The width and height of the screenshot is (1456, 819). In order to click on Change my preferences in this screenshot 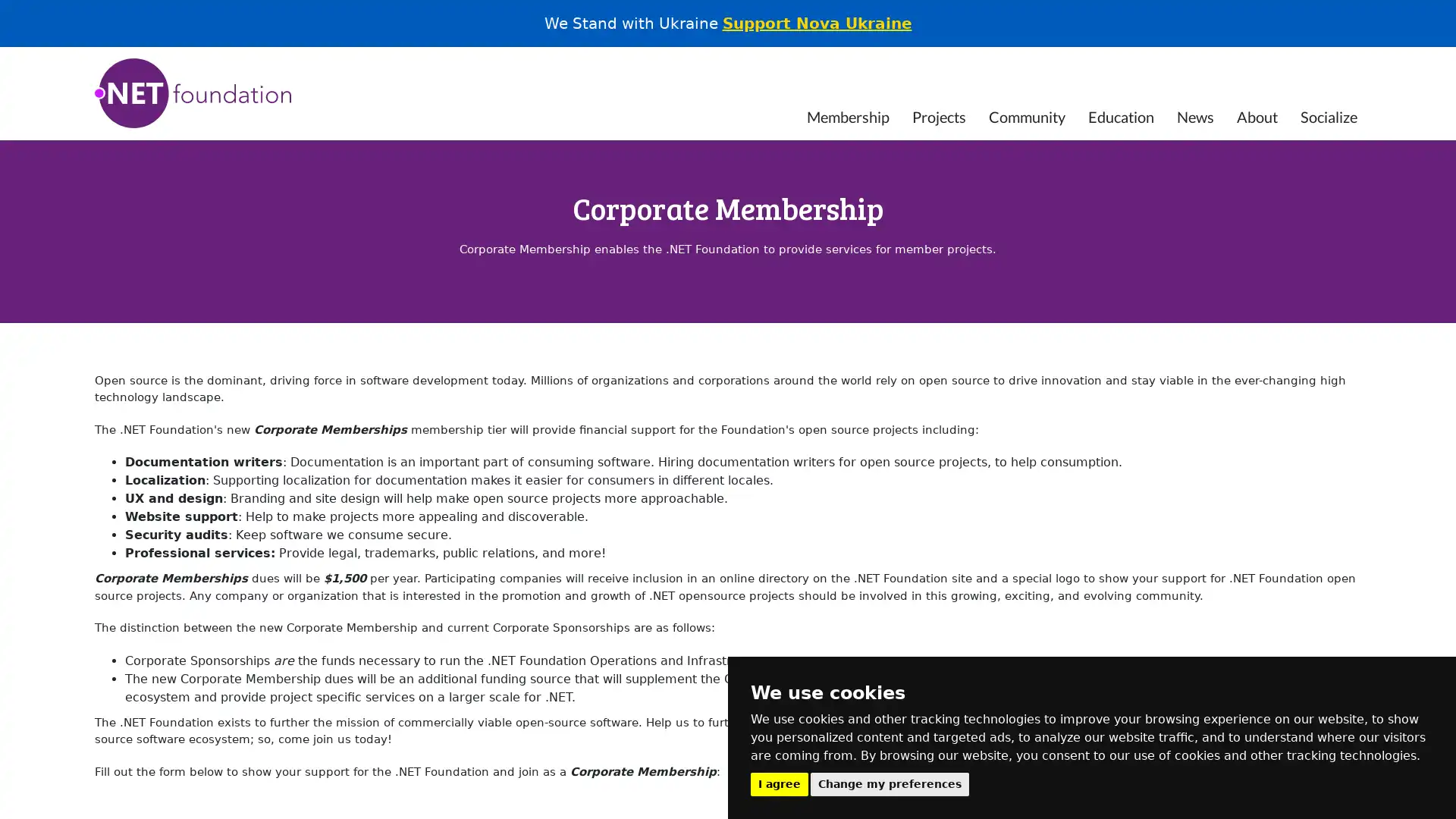, I will do `click(889, 784)`.